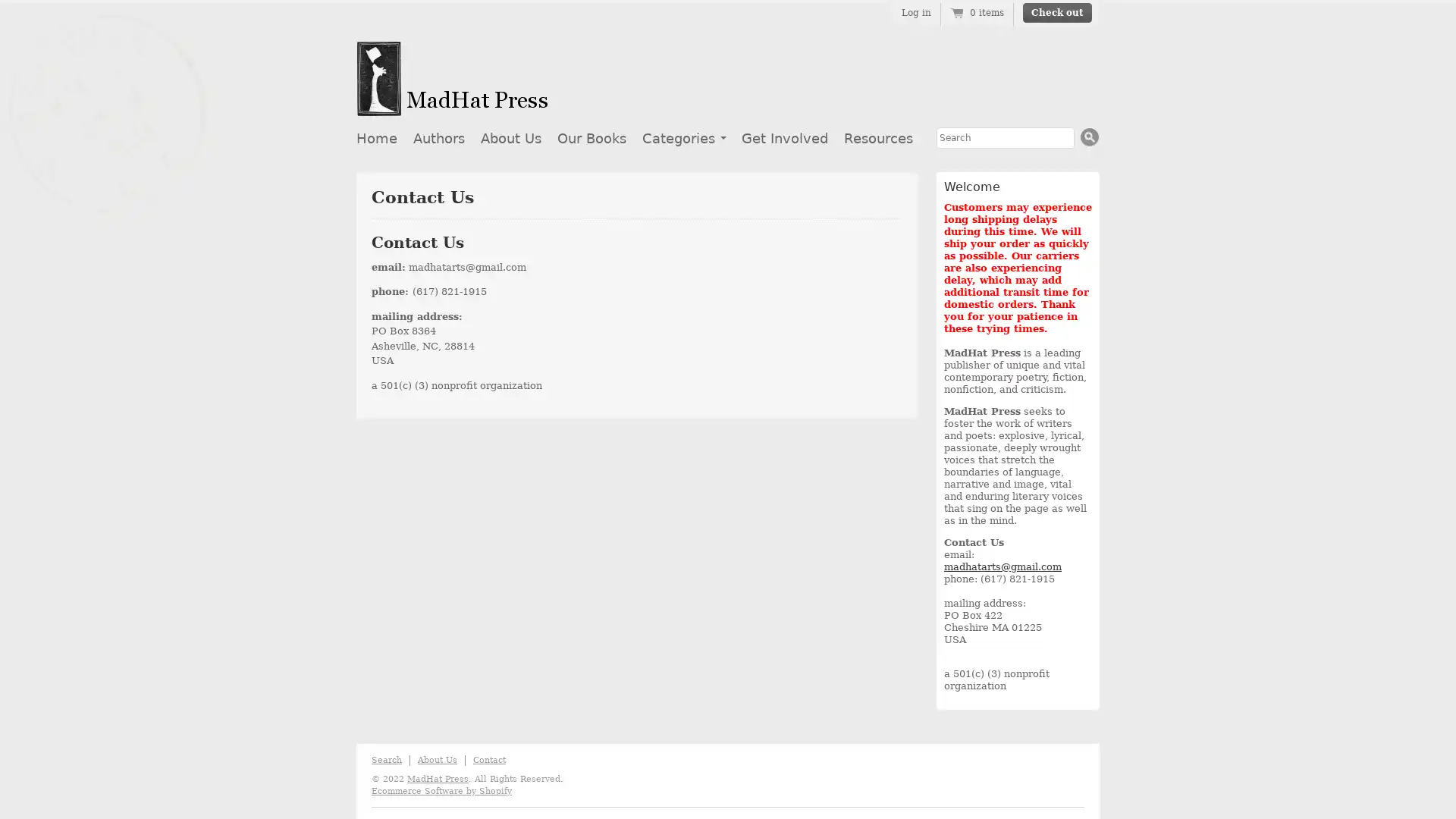 Image resolution: width=1456 pixels, height=819 pixels. I want to click on Search, so click(1089, 136).